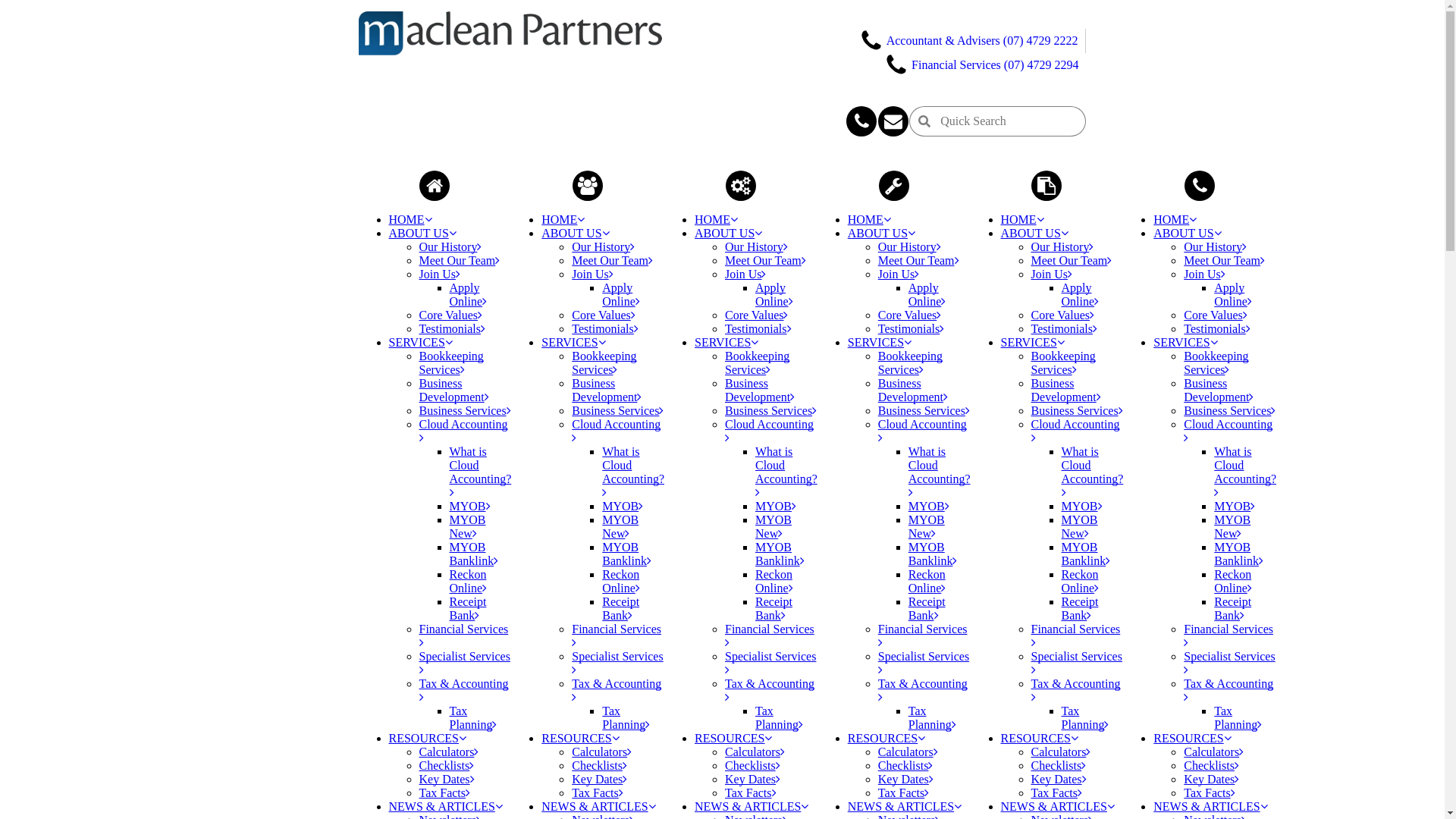 The image size is (1456, 819). Describe the element at coordinates (723, 259) in the screenshot. I see `'Meet Our Team'` at that location.